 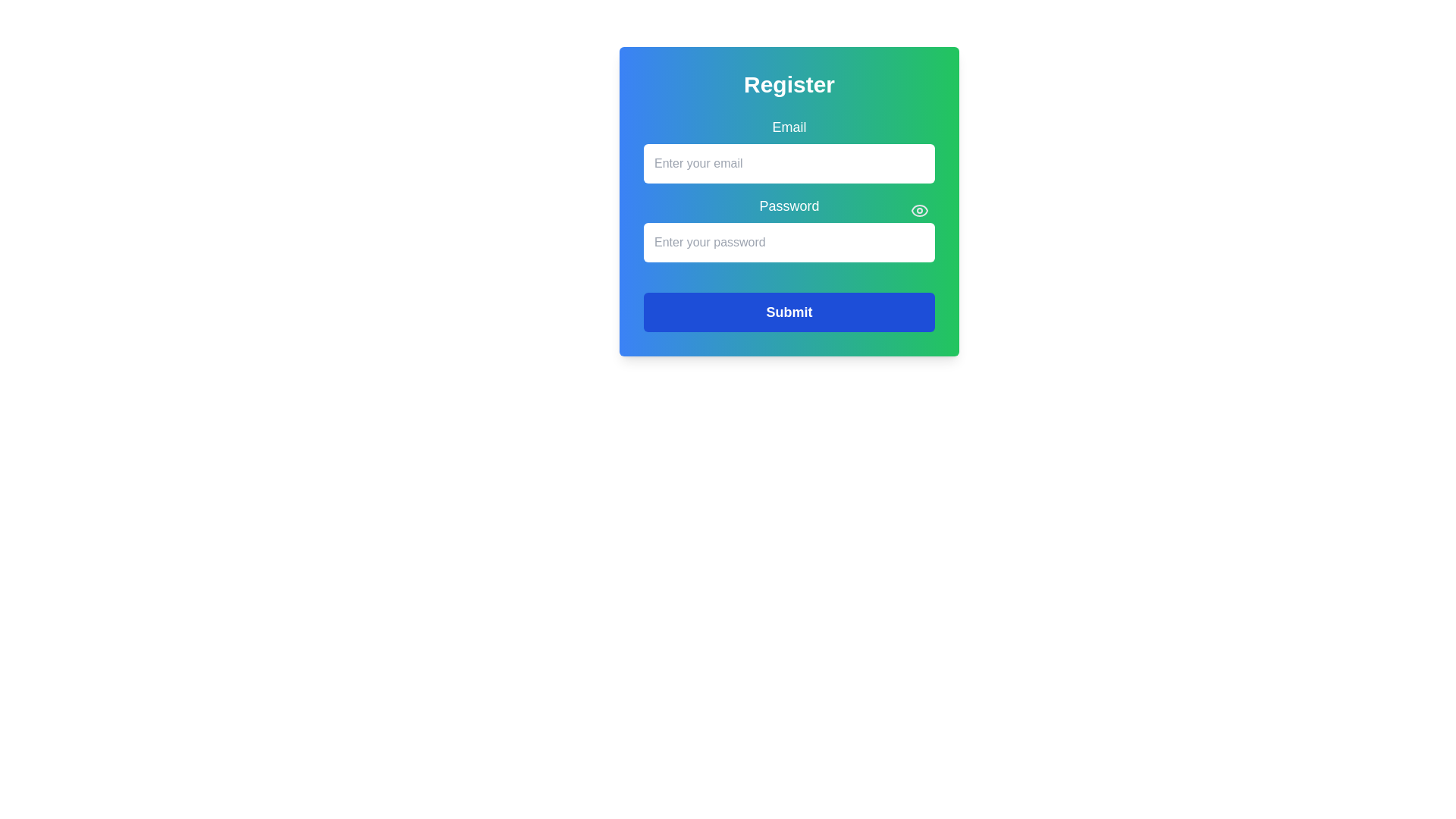 What do you see at coordinates (919, 210) in the screenshot?
I see `the eye outline icon in the SVG, which represents visibility functionality` at bounding box center [919, 210].